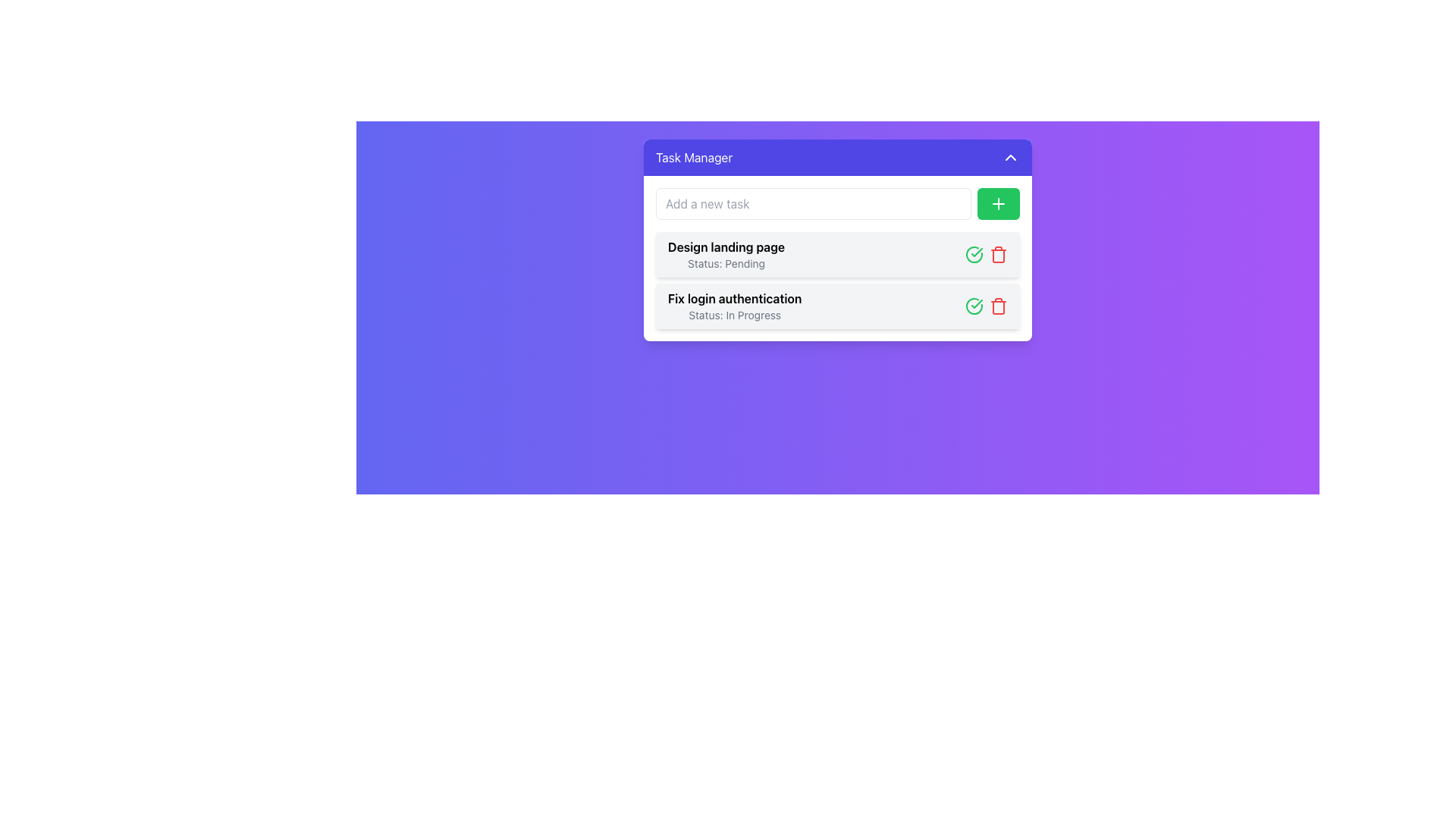  Describe the element at coordinates (726, 253) in the screenshot. I see `the Text Label that serves as a descriptive label for a task, providing the task title and its current status, located at the first position within the task list interface` at that location.